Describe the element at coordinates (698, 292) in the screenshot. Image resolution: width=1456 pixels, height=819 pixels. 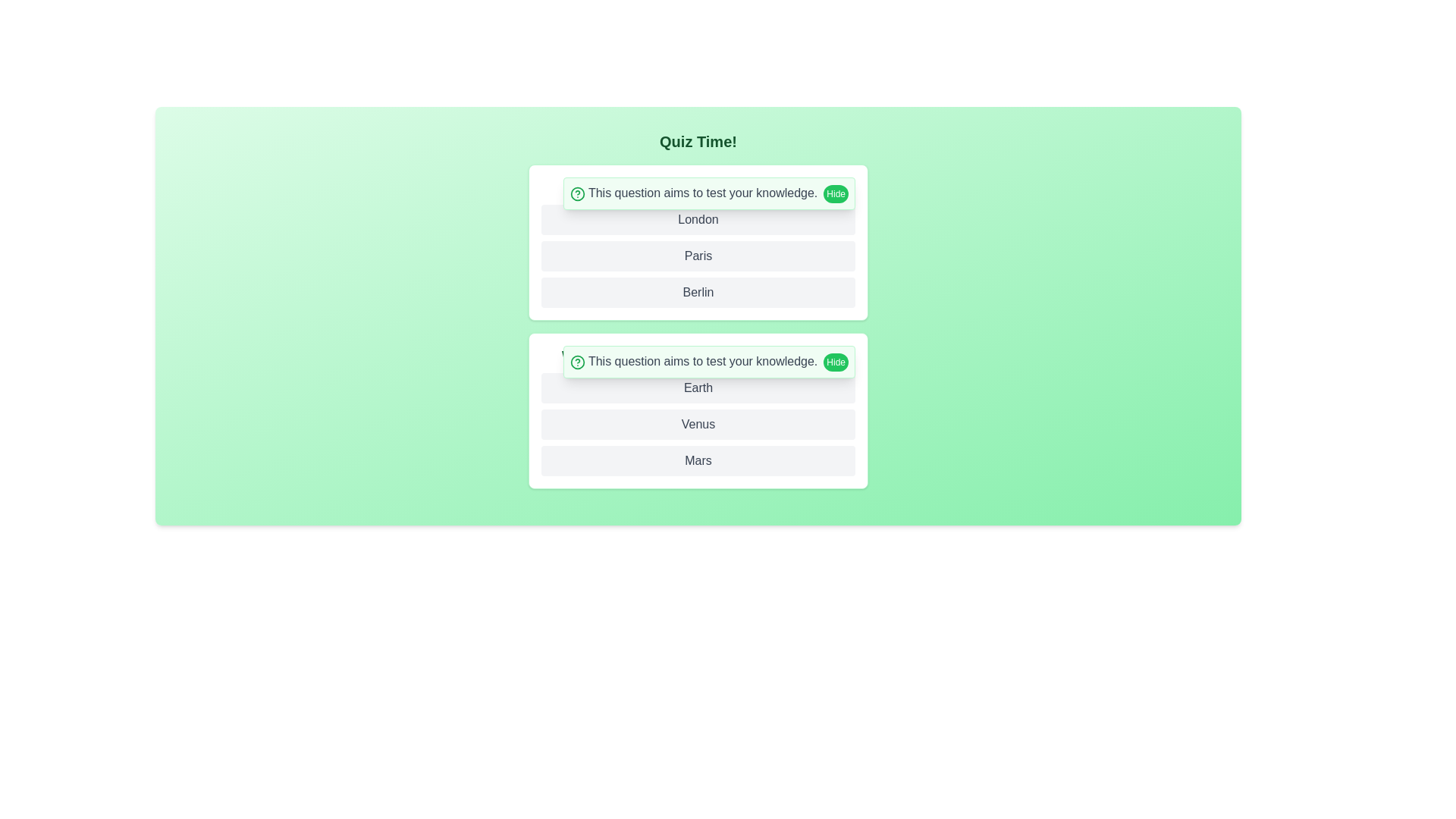
I see `the 'Berlin' button, which is the last option in a vertical list` at that location.